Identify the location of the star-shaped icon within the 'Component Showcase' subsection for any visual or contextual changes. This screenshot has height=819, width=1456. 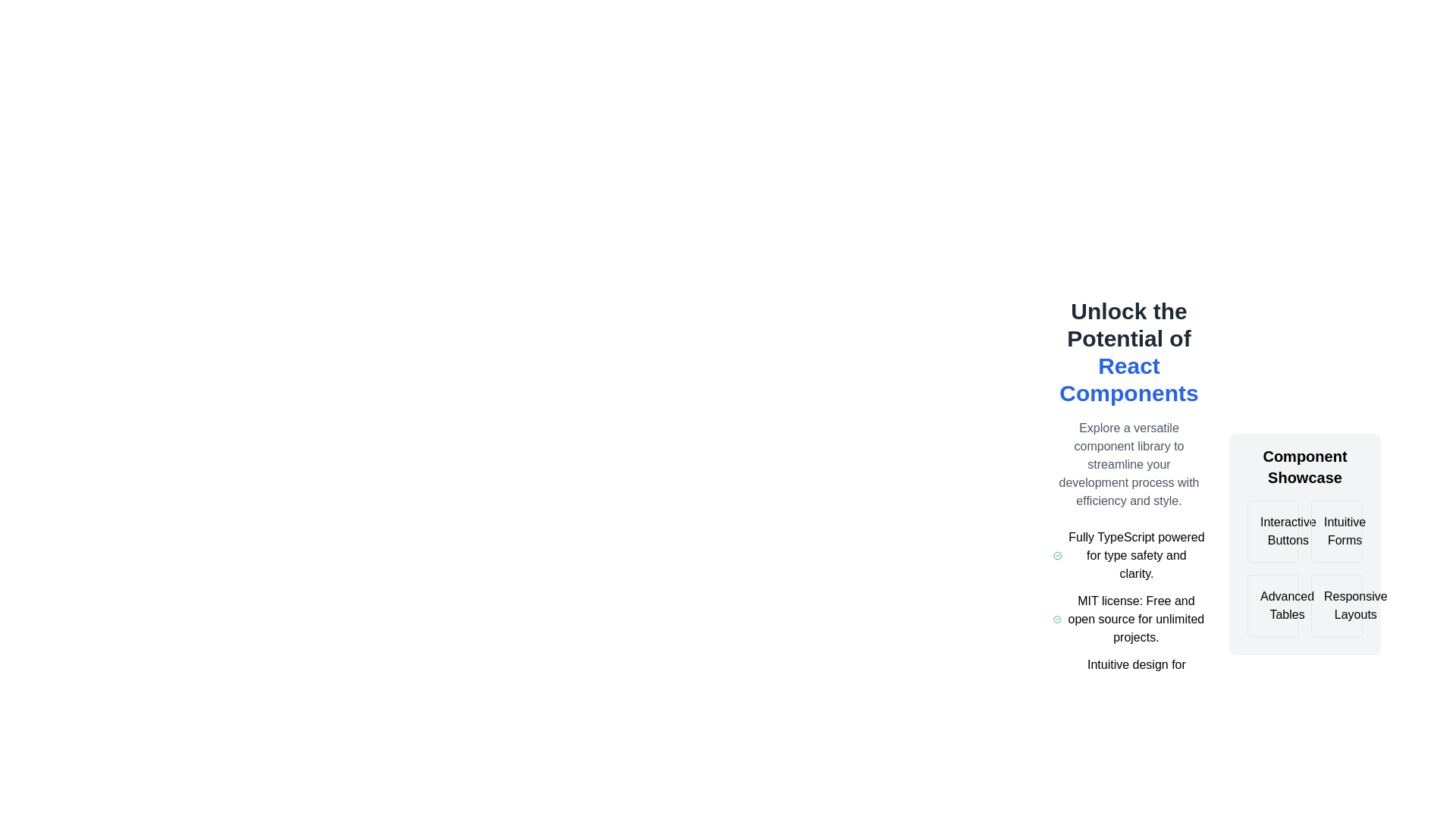
(1324, 530).